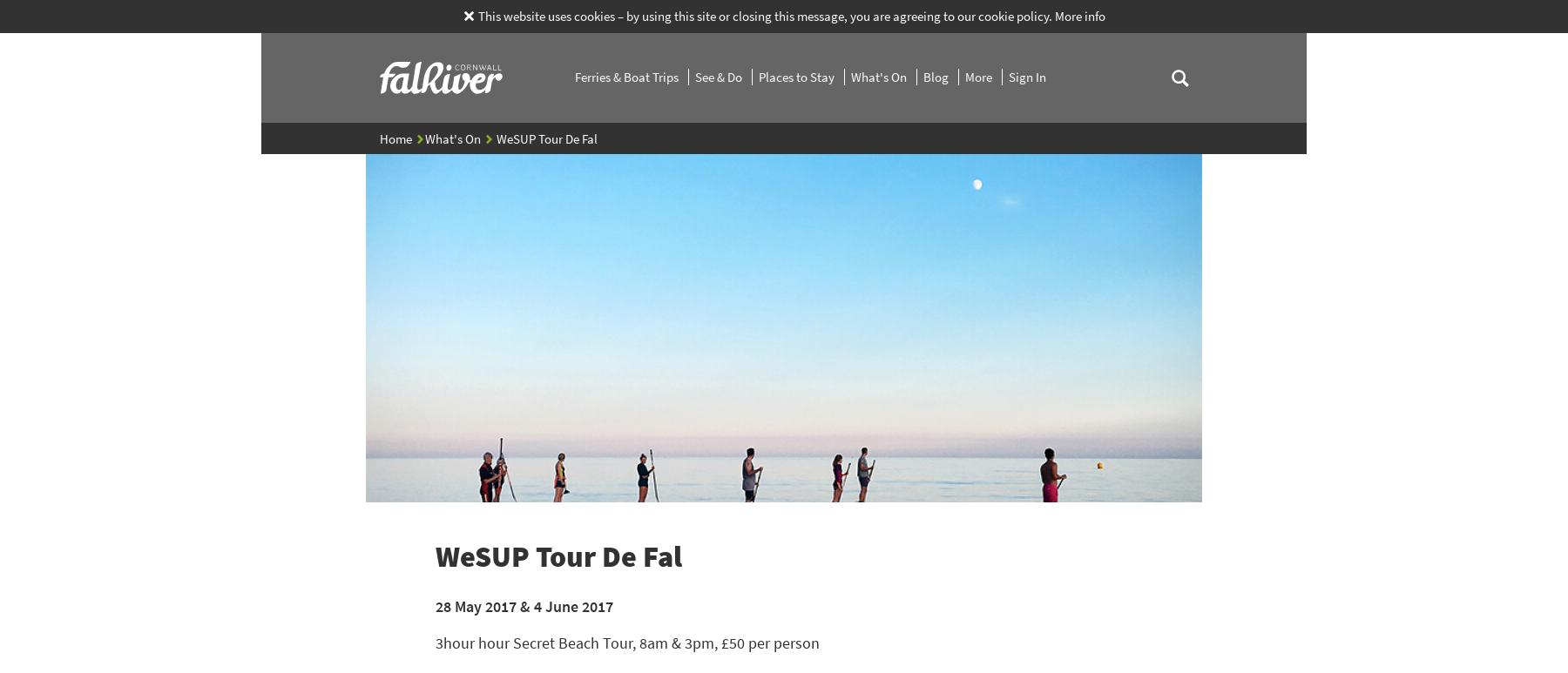  I want to click on '28 May 2017 & 4 June 2017', so click(524, 604).